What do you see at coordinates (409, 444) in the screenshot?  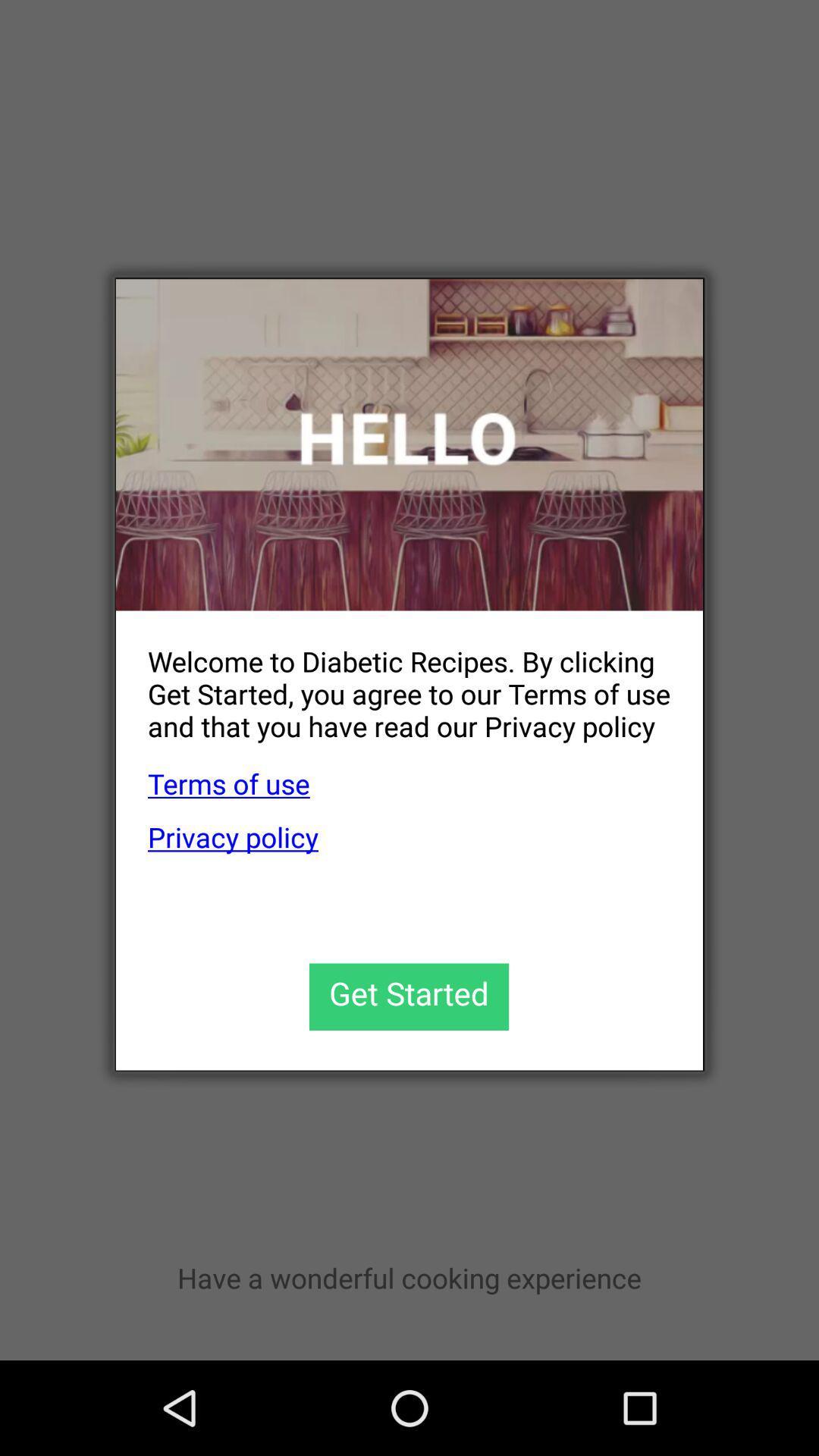 I see `the icon above welcome to diabetic` at bounding box center [409, 444].